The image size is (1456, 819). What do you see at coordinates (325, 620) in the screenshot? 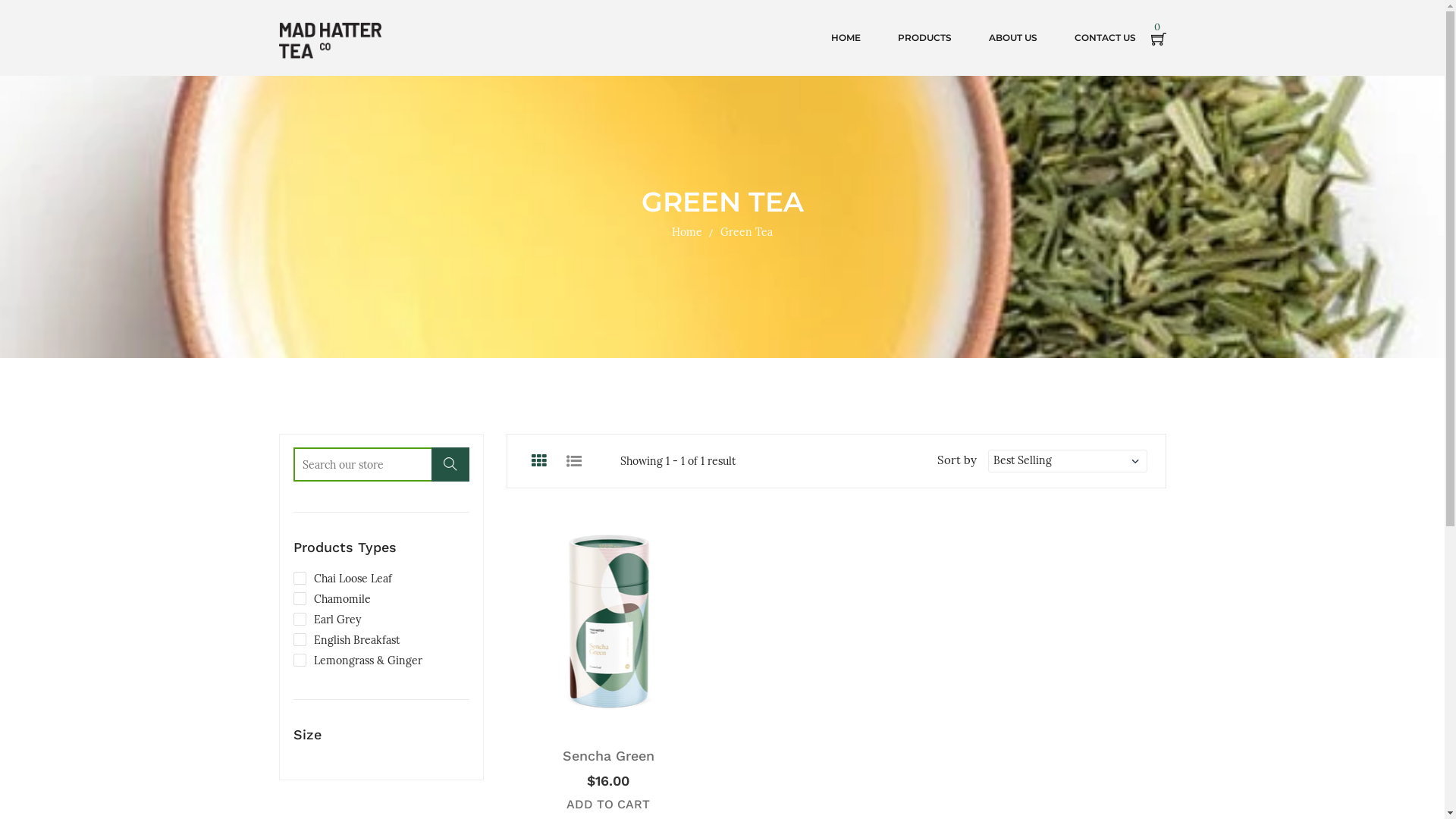
I see `'Earl Grey'` at bounding box center [325, 620].